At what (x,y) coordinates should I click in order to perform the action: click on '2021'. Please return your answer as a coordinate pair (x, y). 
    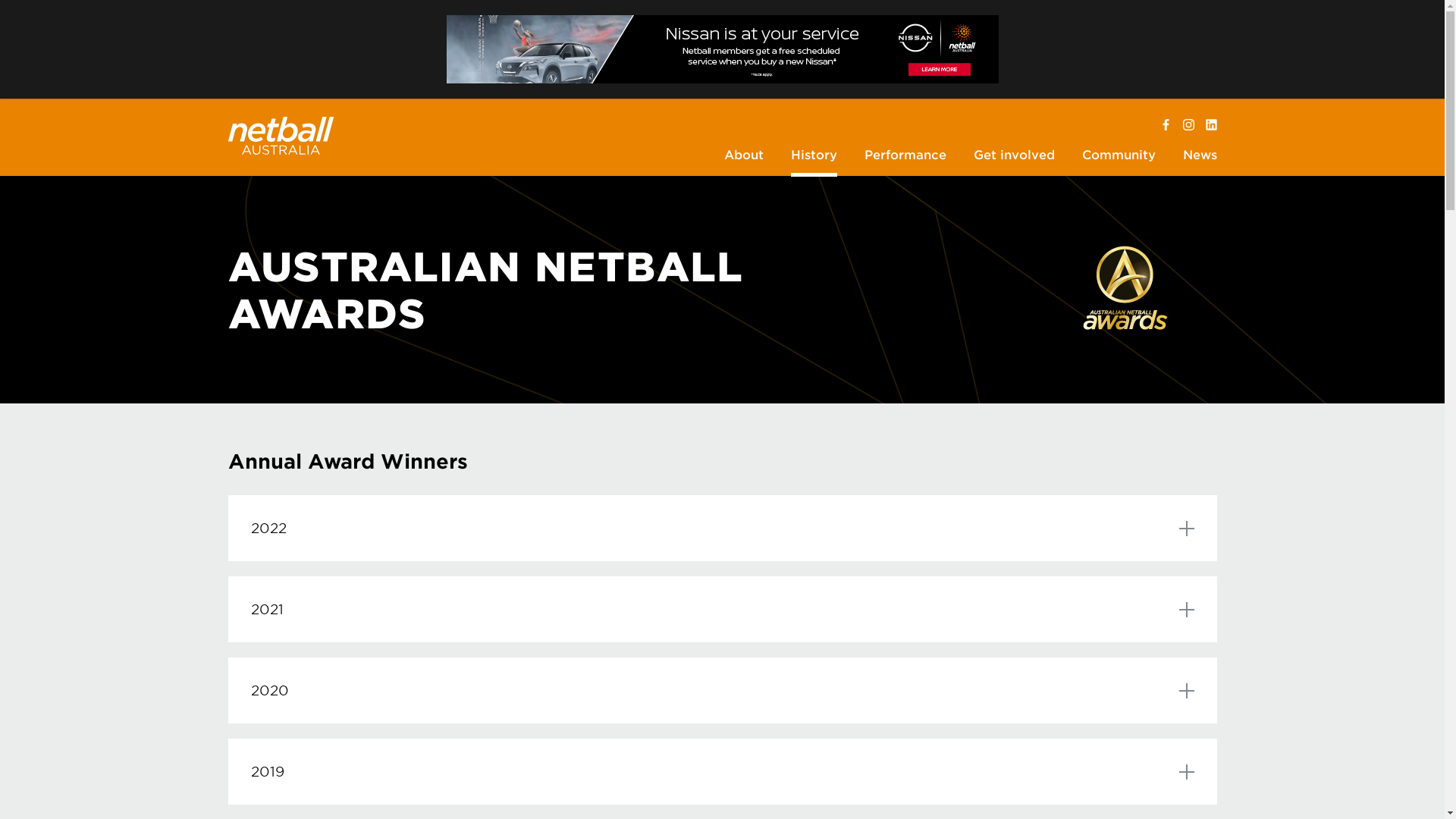
    Looking at the image, I should click on (226, 608).